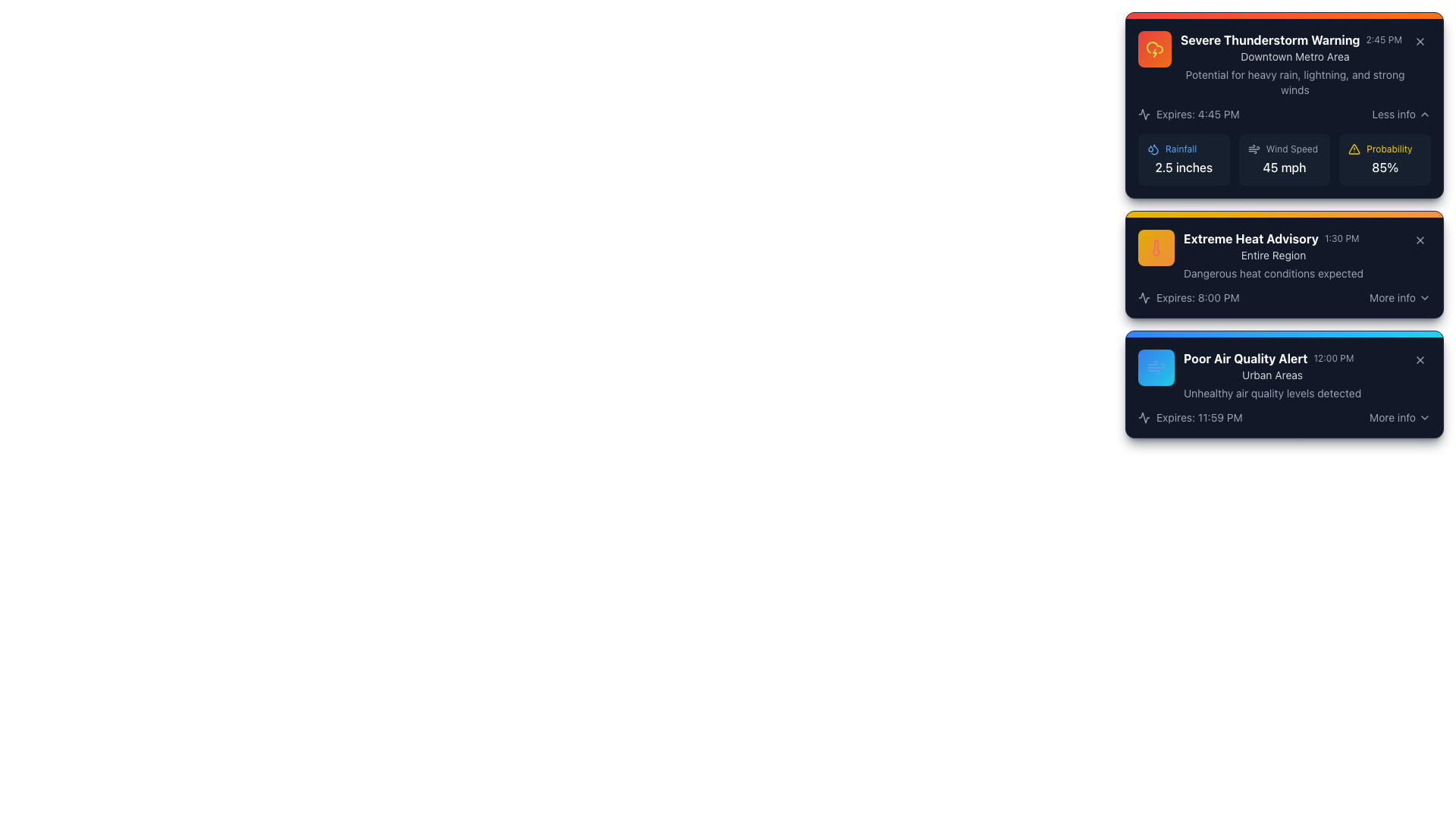 The width and height of the screenshot is (1456, 819). What do you see at coordinates (1144, 113) in the screenshot?
I see `the SVG Icon depicting a waveform or signal-like pattern, located at the top-left corner of the first informational card near the title 'Severe Thunderstorm Warning.'` at bounding box center [1144, 113].